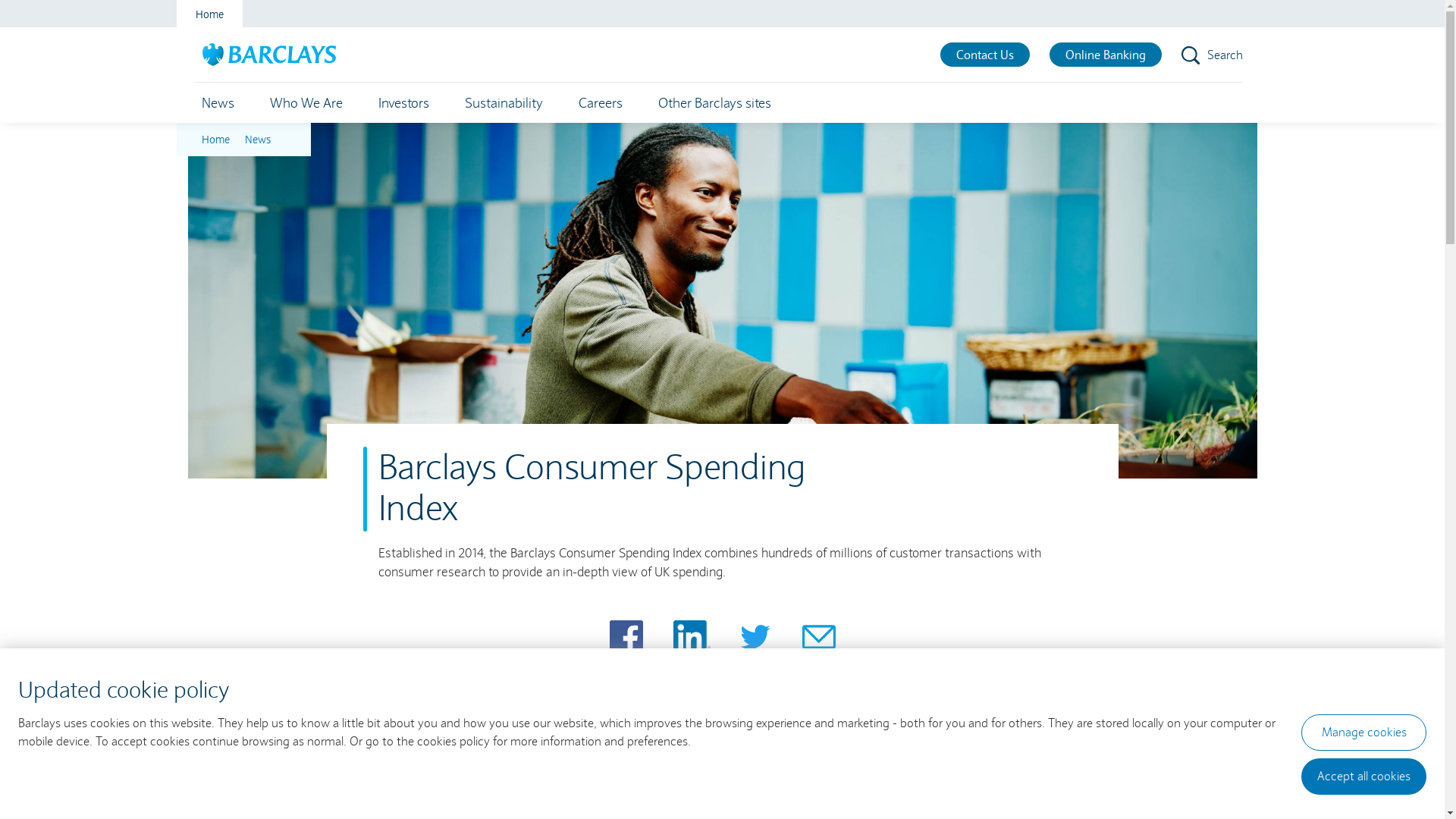  Describe the element at coordinates (714, 102) in the screenshot. I see `'Other Barclays sites'` at that location.